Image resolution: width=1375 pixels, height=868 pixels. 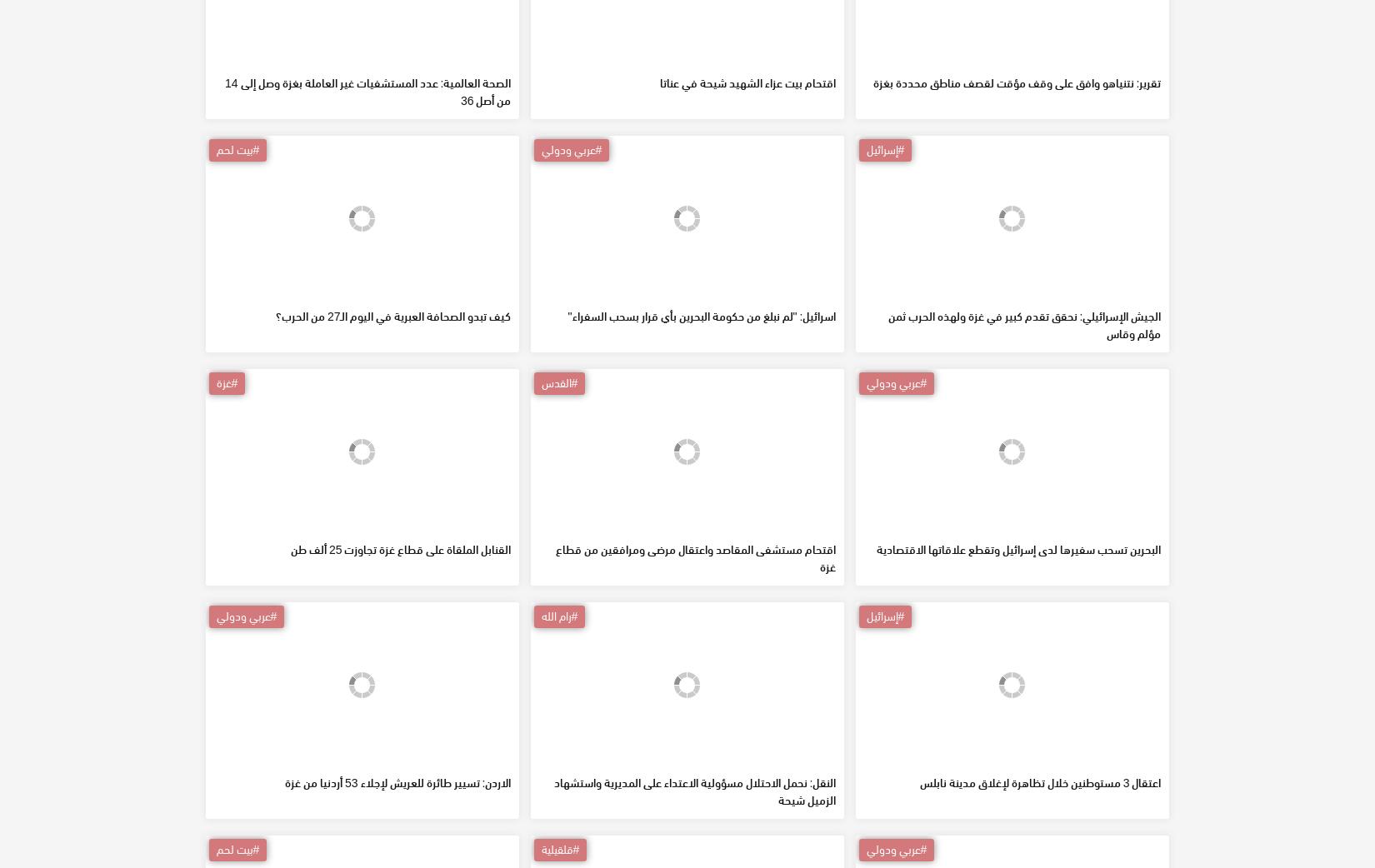 What do you see at coordinates (887, 444) in the screenshot?
I see `'الجيش الإسرائيلي: نحقق تقدم كبير في غزة ولهذه الحرب ثمن مؤلم وقاس'` at bounding box center [887, 444].